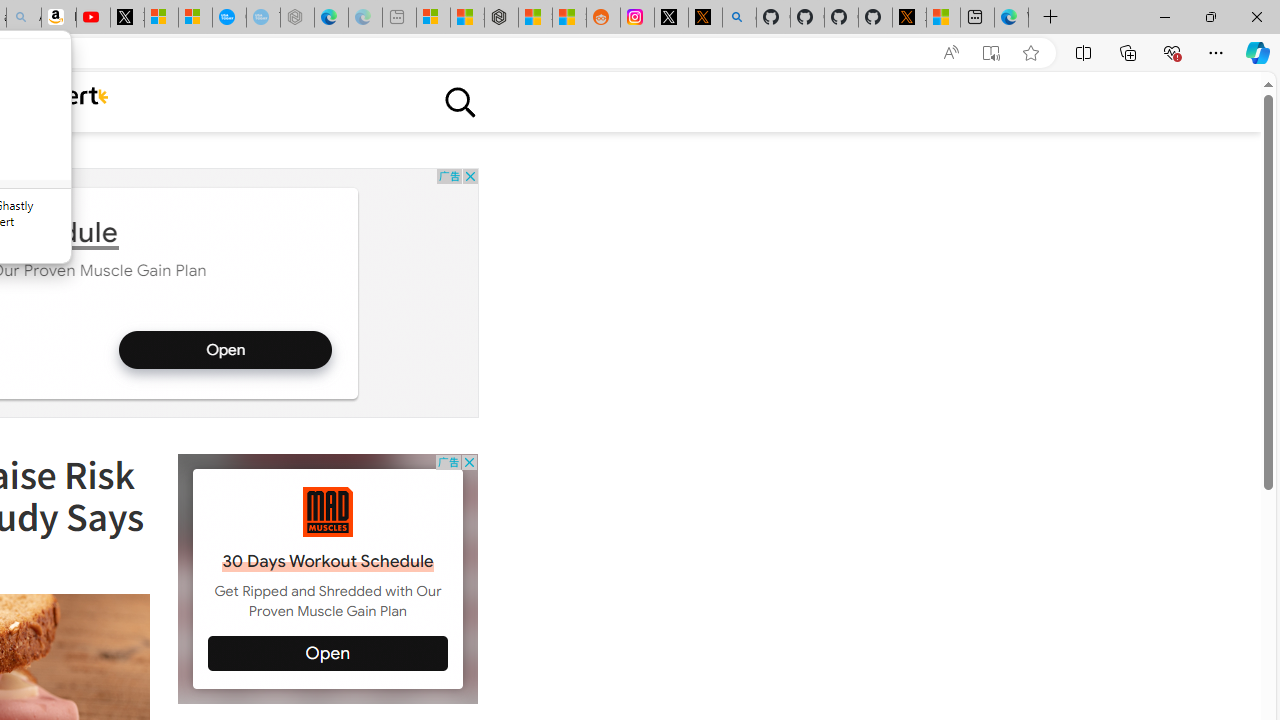 The width and height of the screenshot is (1280, 720). What do you see at coordinates (501, 17) in the screenshot?
I see `'Nordace - Duffels'` at bounding box center [501, 17].